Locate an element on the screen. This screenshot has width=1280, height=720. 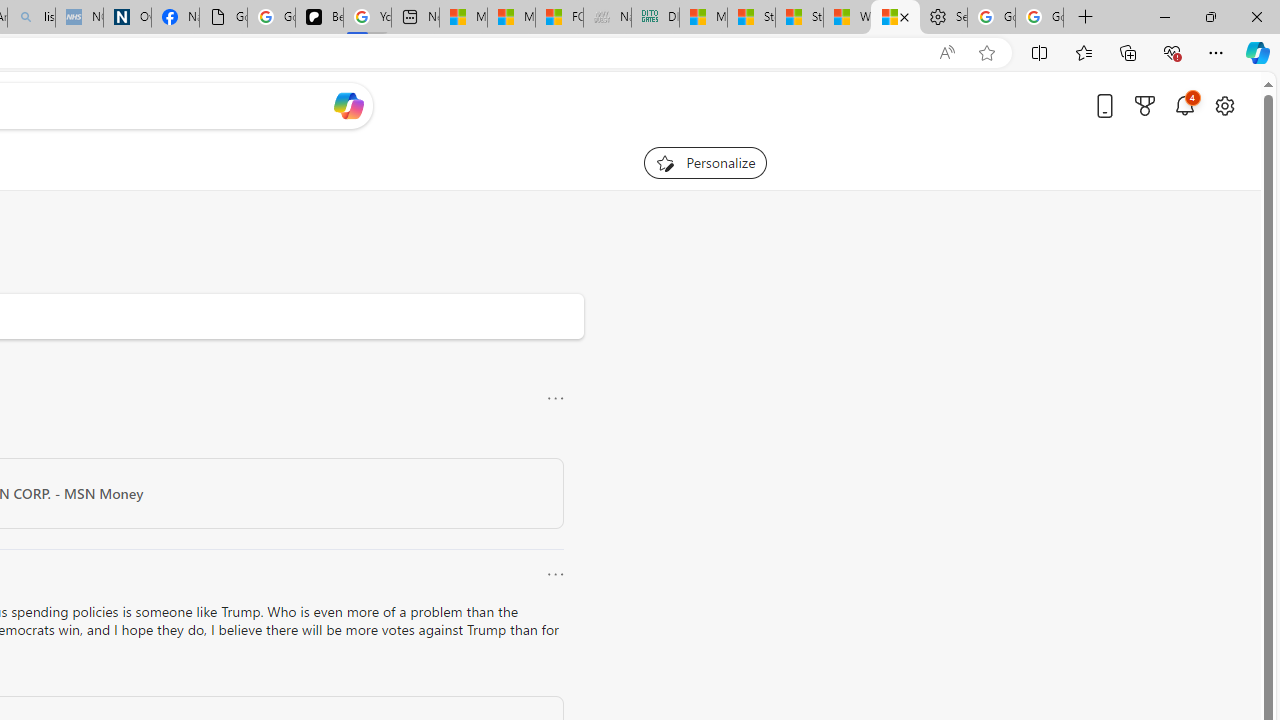
'R******* | Trusted Community Engagement and Contributions' is located at coordinates (894, 17).